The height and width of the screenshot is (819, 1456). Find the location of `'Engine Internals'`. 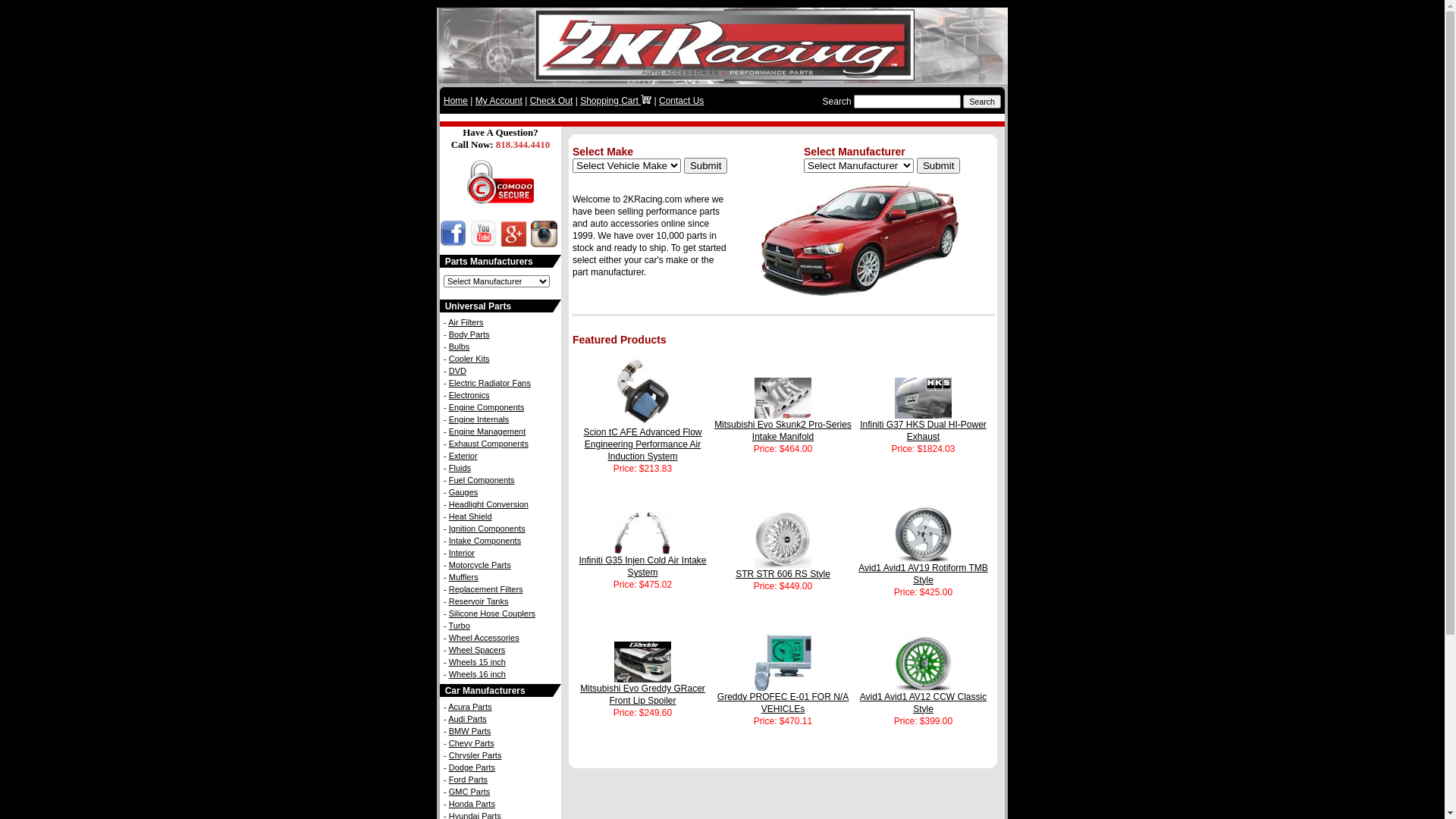

'Engine Internals' is located at coordinates (447, 419).